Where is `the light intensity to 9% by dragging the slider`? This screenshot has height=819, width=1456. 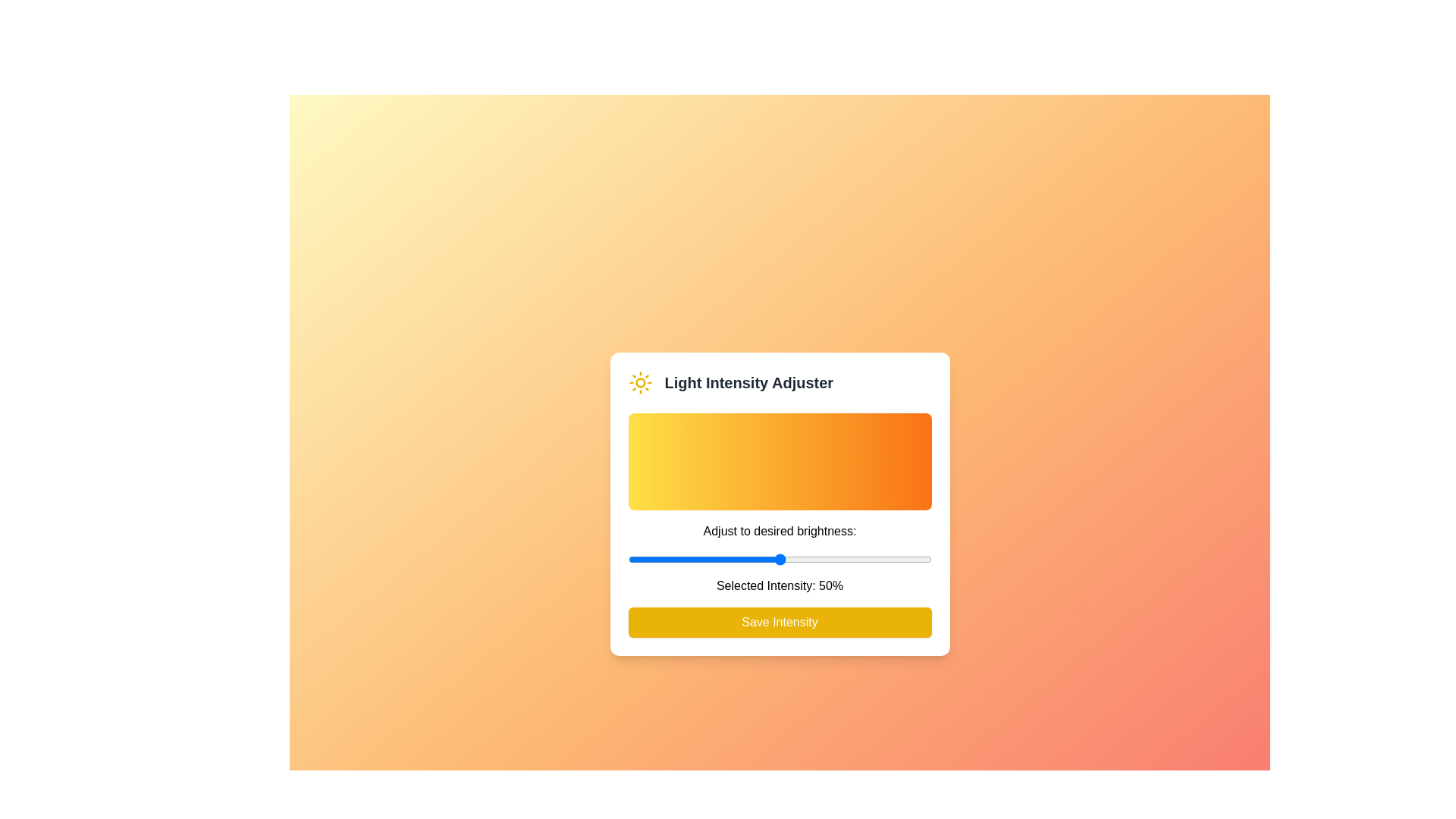 the light intensity to 9% by dragging the slider is located at coordinates (655, 559).